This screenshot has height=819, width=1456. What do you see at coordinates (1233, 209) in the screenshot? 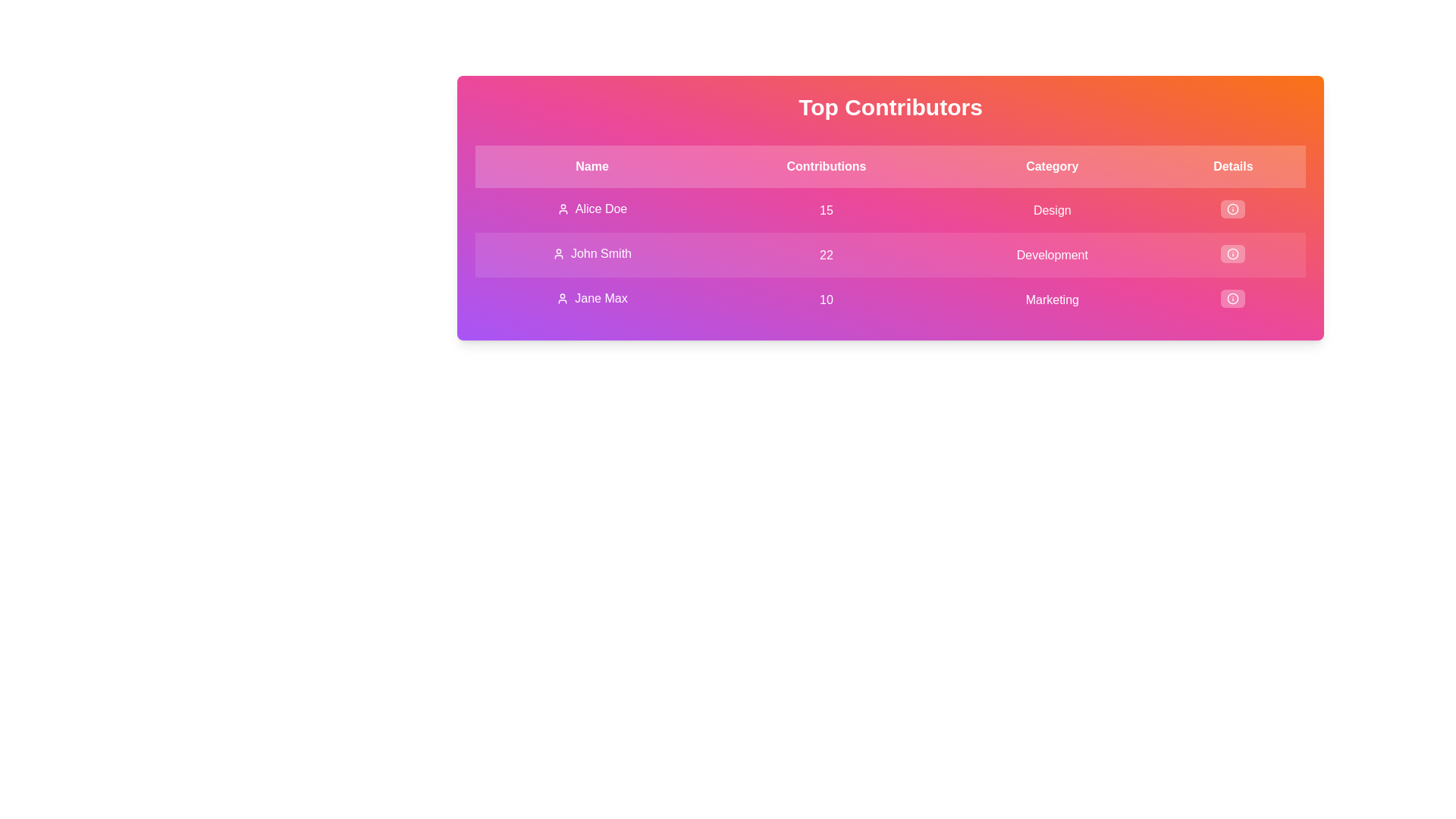
I see `the central graphical circle of the information icon located in the 'Details' column of the 'Top Contributors' table for the first row, associated with the 'Design' category` at bounding box center [1233, 209].